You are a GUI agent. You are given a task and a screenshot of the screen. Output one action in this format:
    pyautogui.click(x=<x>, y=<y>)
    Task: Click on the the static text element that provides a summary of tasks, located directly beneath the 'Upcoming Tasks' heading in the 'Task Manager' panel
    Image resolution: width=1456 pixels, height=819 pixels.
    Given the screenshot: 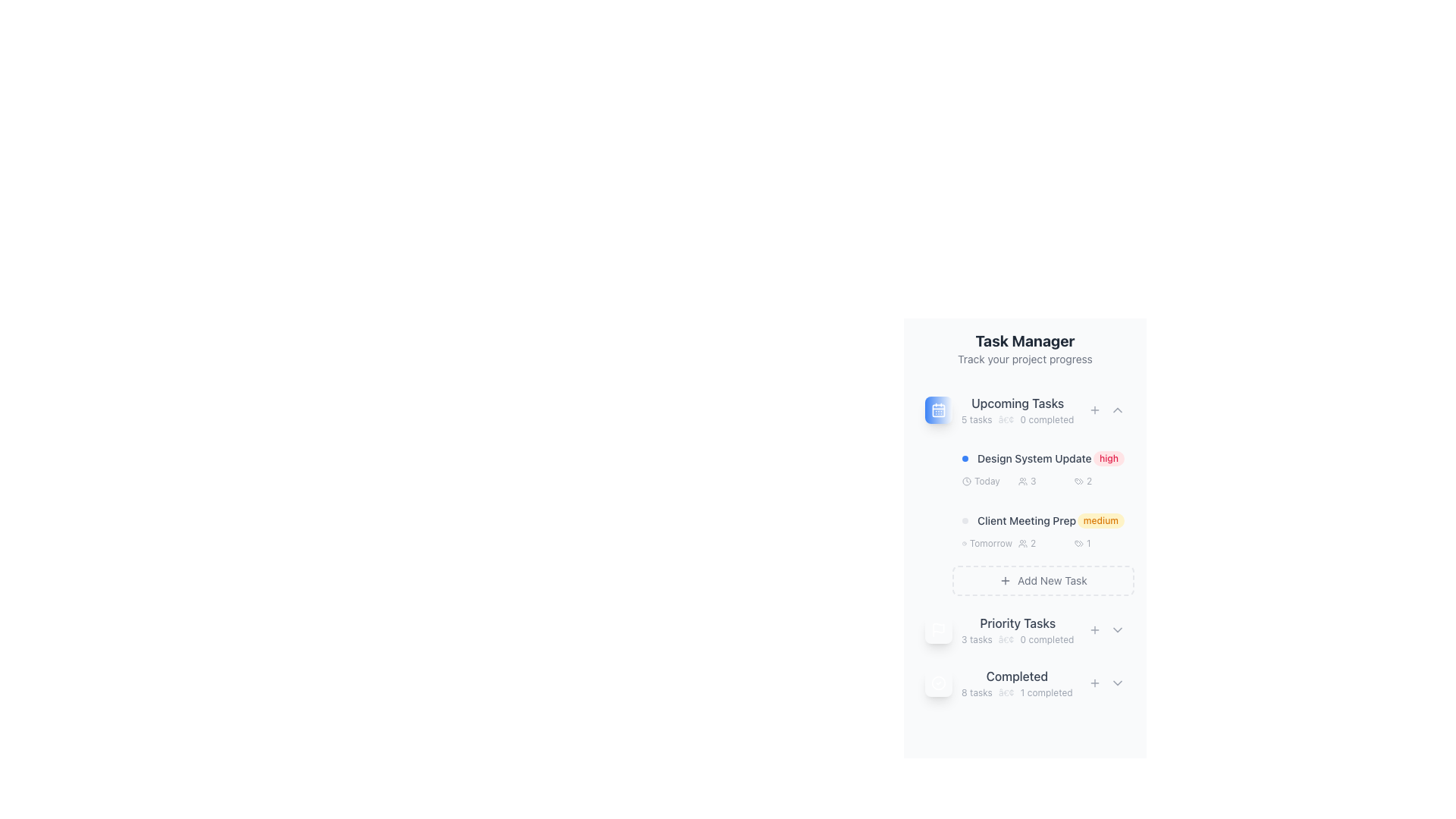 What is the action you would take?
    pyautogui.click(x=1018, y=420)
    